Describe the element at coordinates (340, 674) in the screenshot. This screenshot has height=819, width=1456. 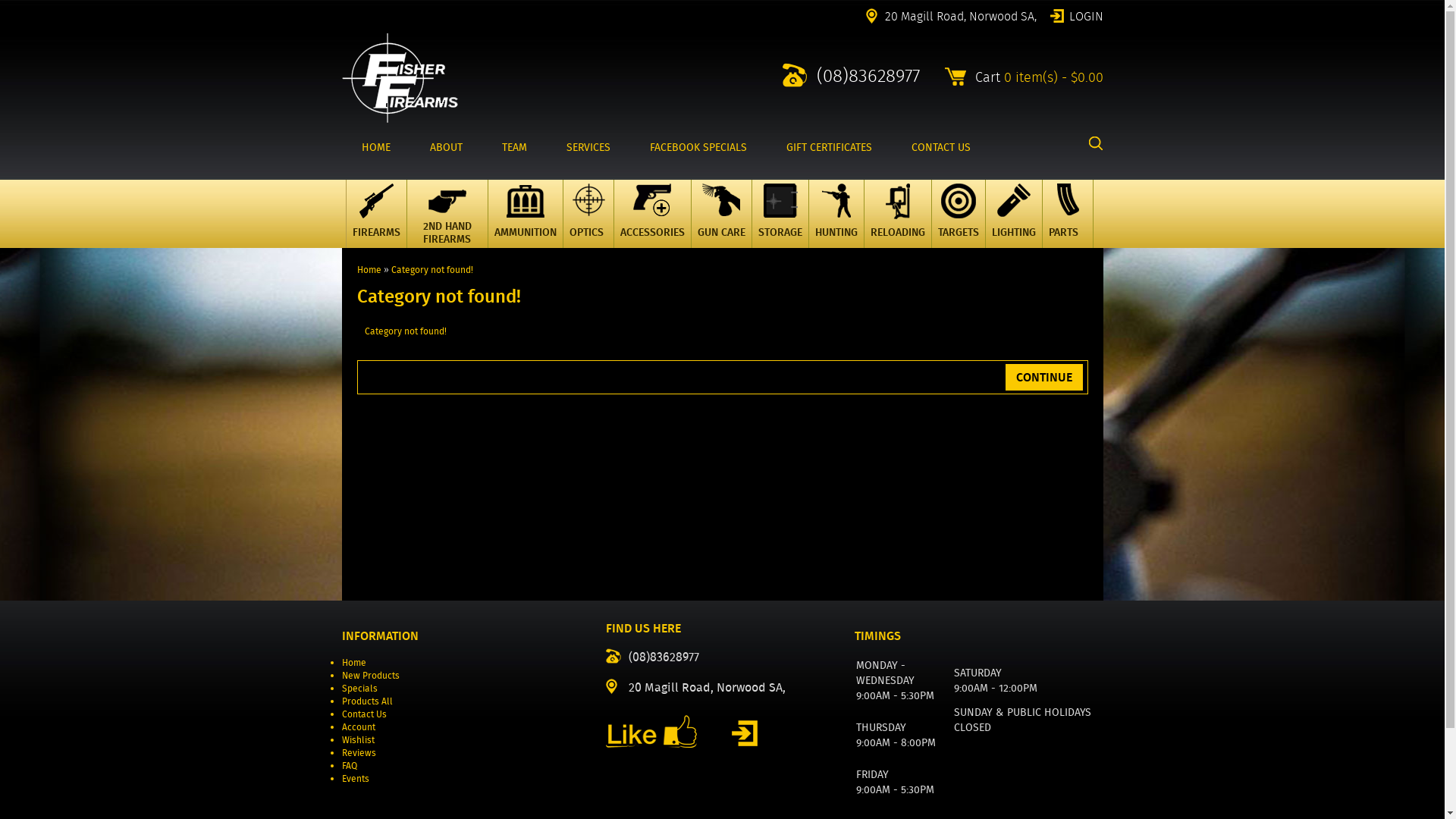
I see `'New Products'` at that location.